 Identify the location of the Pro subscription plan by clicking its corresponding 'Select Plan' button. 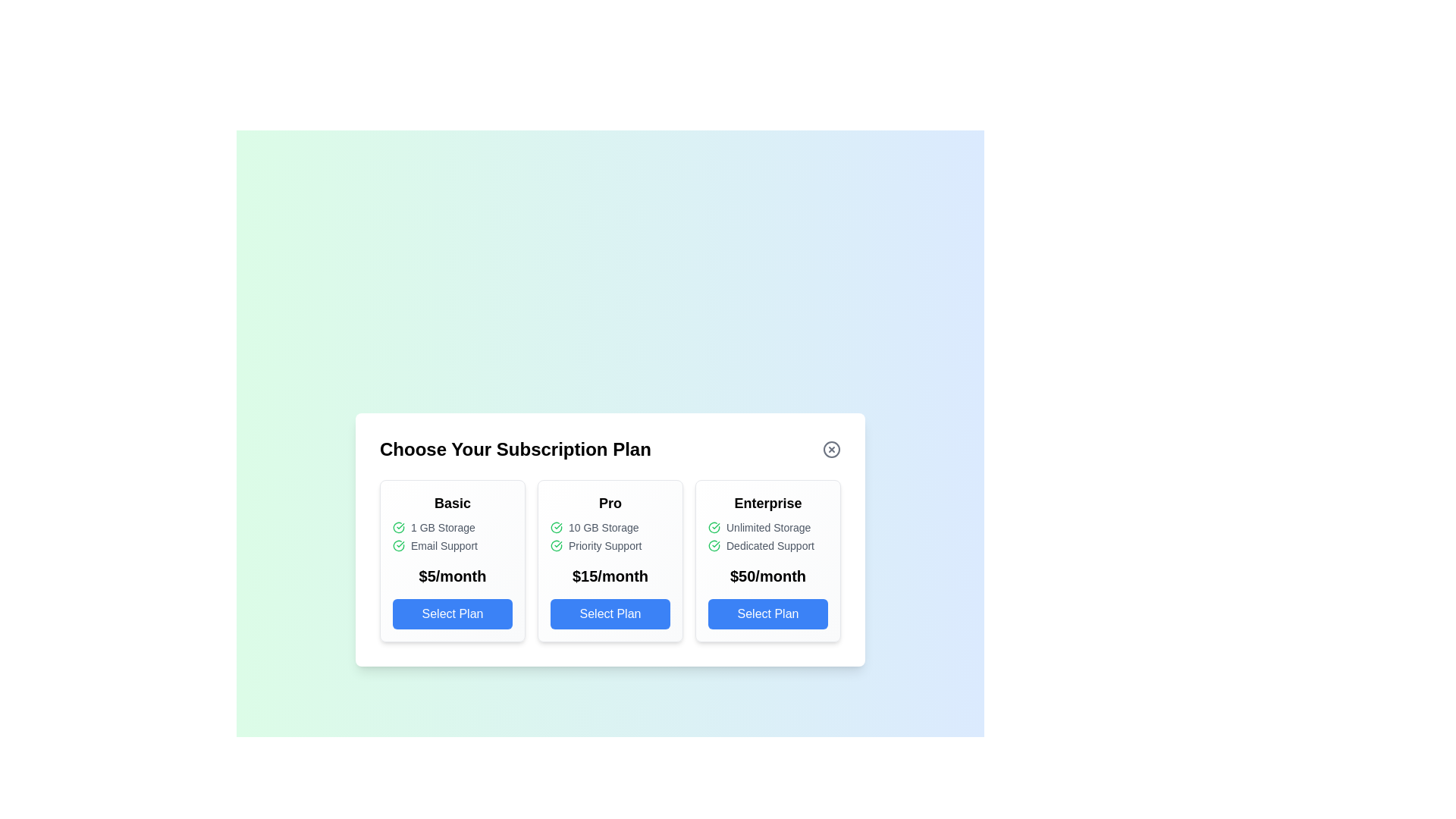
(610, 614).